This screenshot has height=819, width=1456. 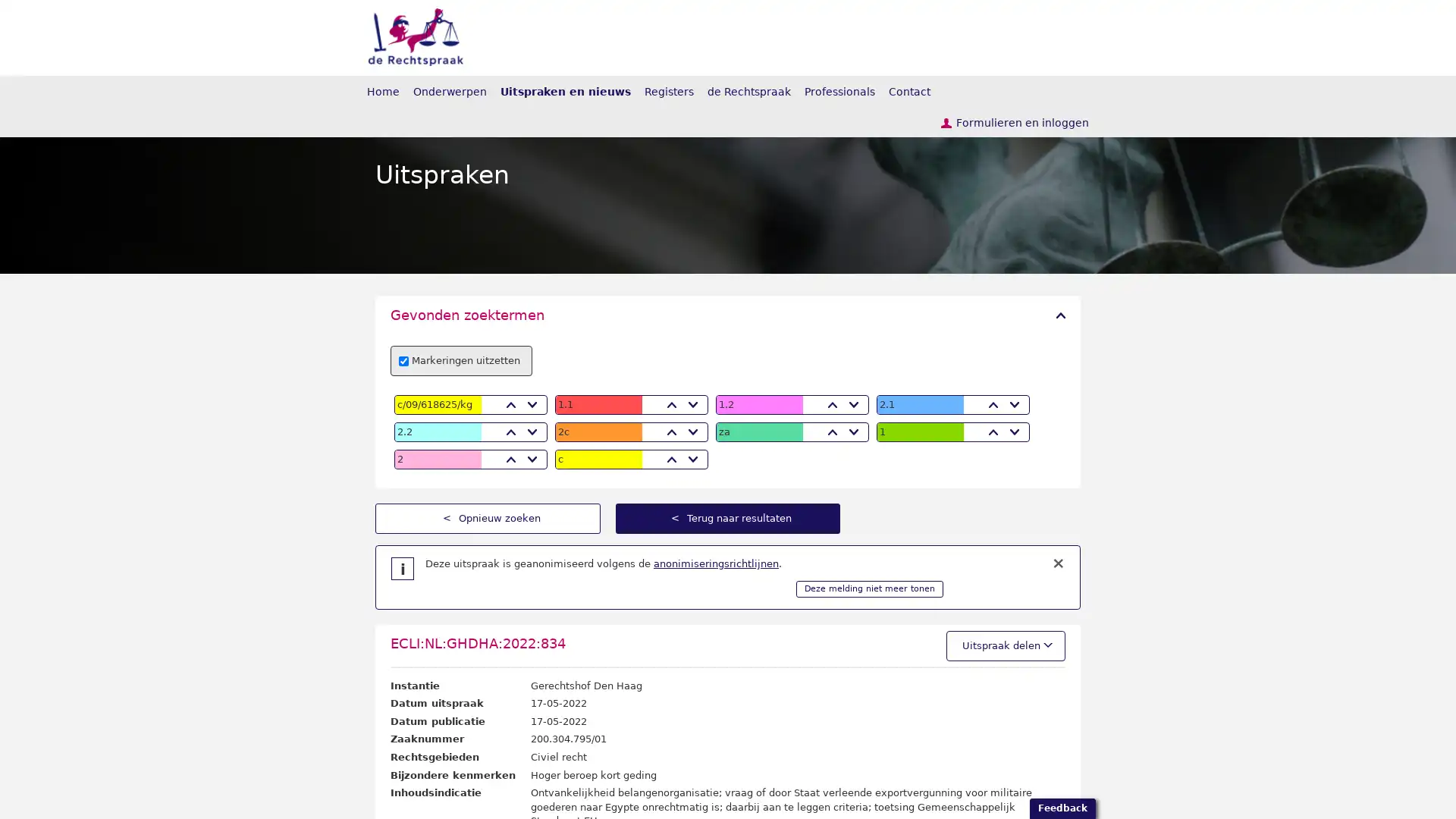 What do you see at coordinates (832, 403) in the screenshot?
I see `Vorige zoek term` at bounding box center [832, 403].